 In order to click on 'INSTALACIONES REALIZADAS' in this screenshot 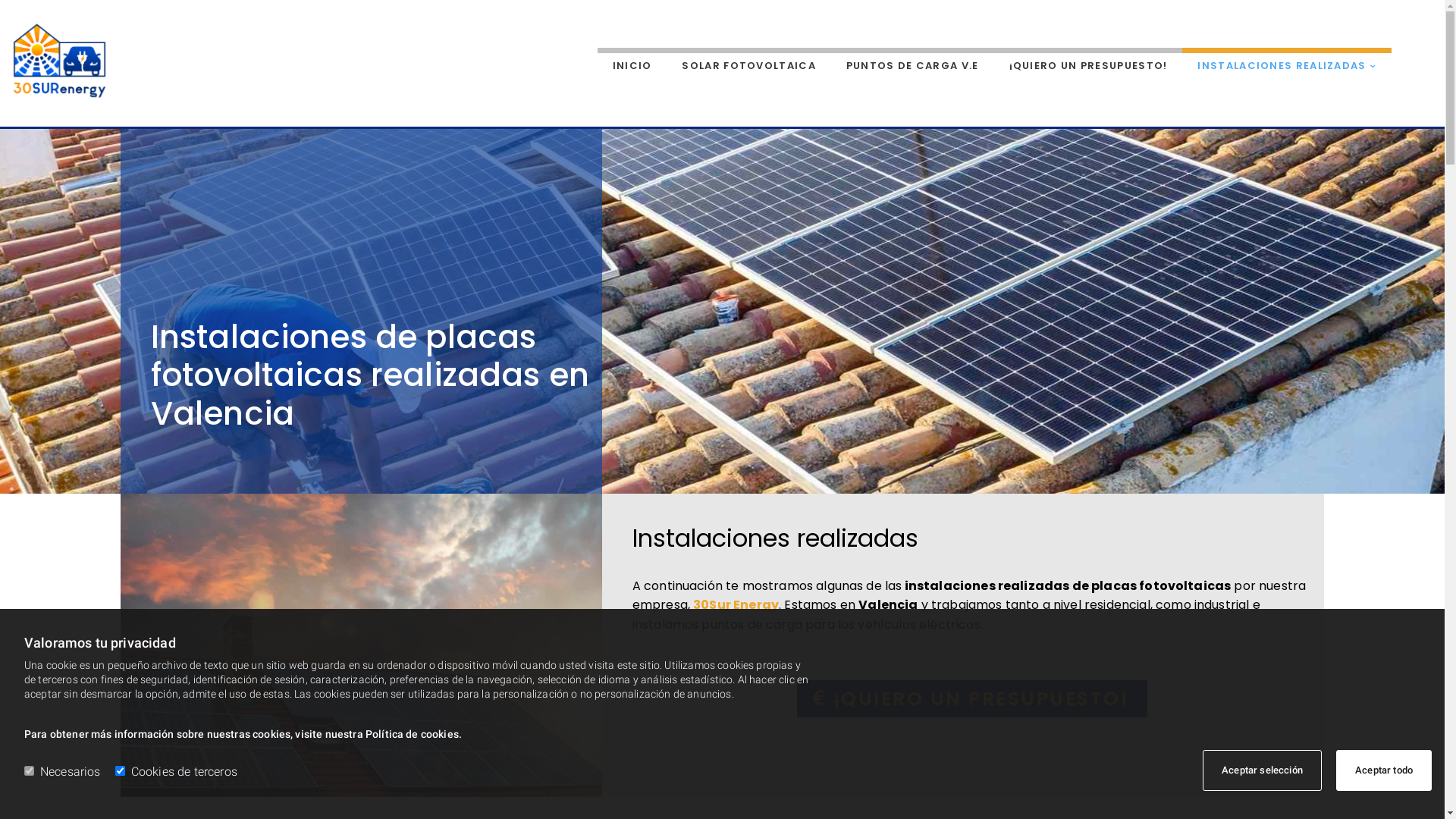, I will do `click(1286, 62)`.